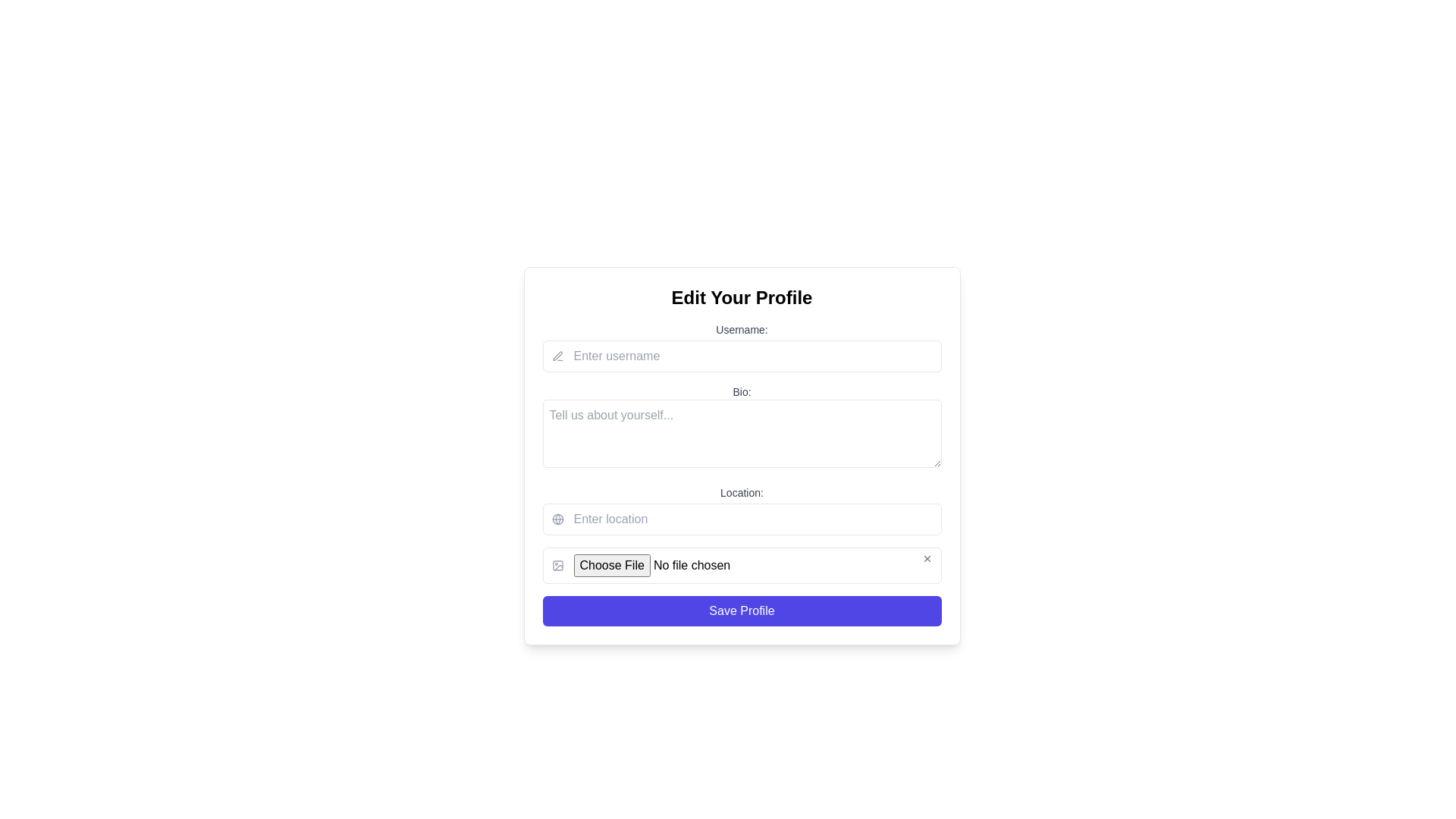 This screenshot has height=819, width=1456. What do you see at coordinates (742, 610) in the screenshot?
I see `the 'Save Profile' button, which is a rectangular button with a blue background and white text, located at the bottom of the form` at bounding box center [742, 610].